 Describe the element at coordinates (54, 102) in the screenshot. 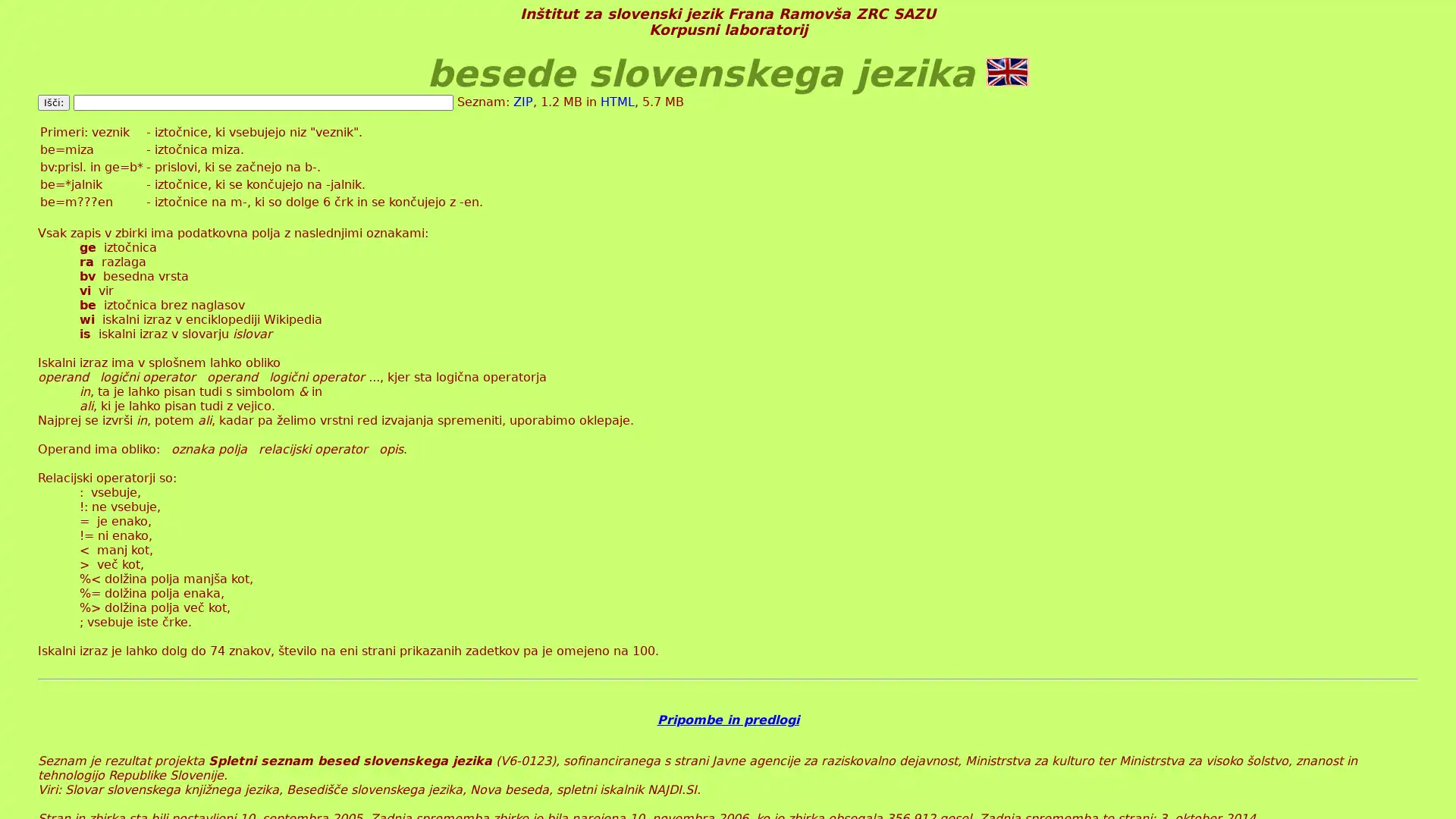

I see `Isci:` at that location.